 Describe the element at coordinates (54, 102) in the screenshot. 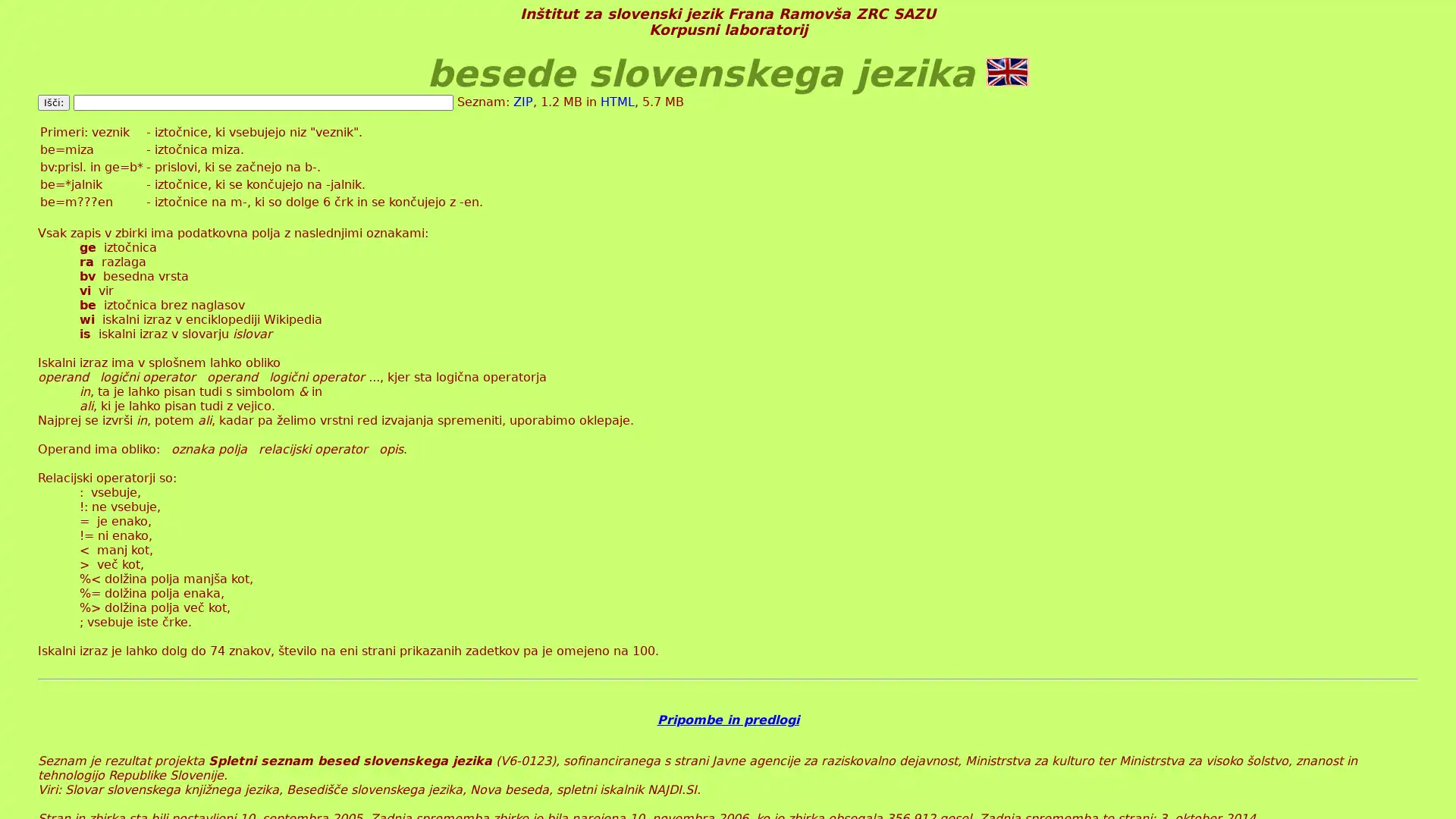

I see `Isci:` at that location.